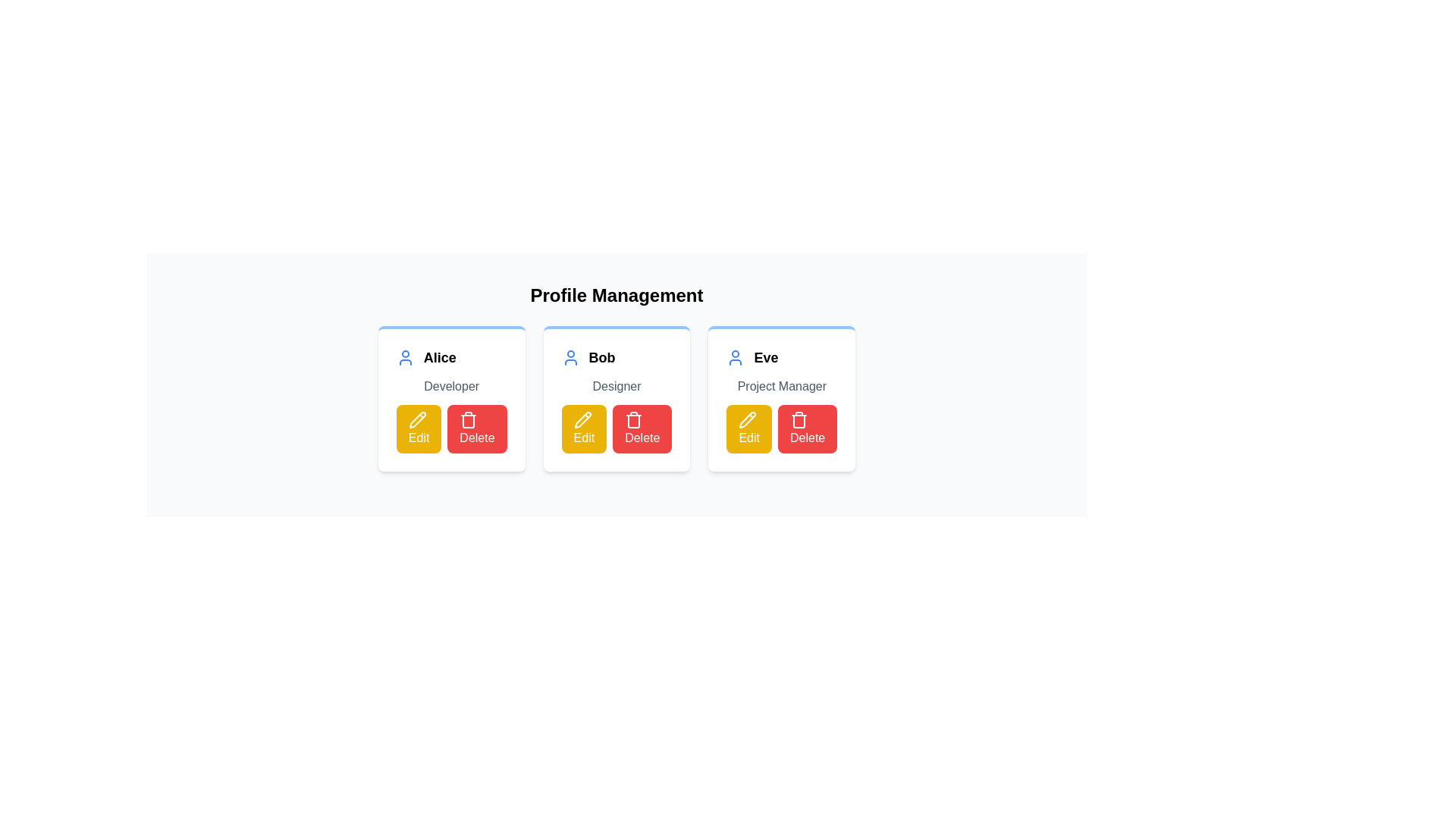 This screenshot has width=1456, height=819. Describe the element at coordinates (617, 397) in the screenshot. I see `the 'Delete' button located at the bottom of the profile management card for the user 'Bob'` at that location.